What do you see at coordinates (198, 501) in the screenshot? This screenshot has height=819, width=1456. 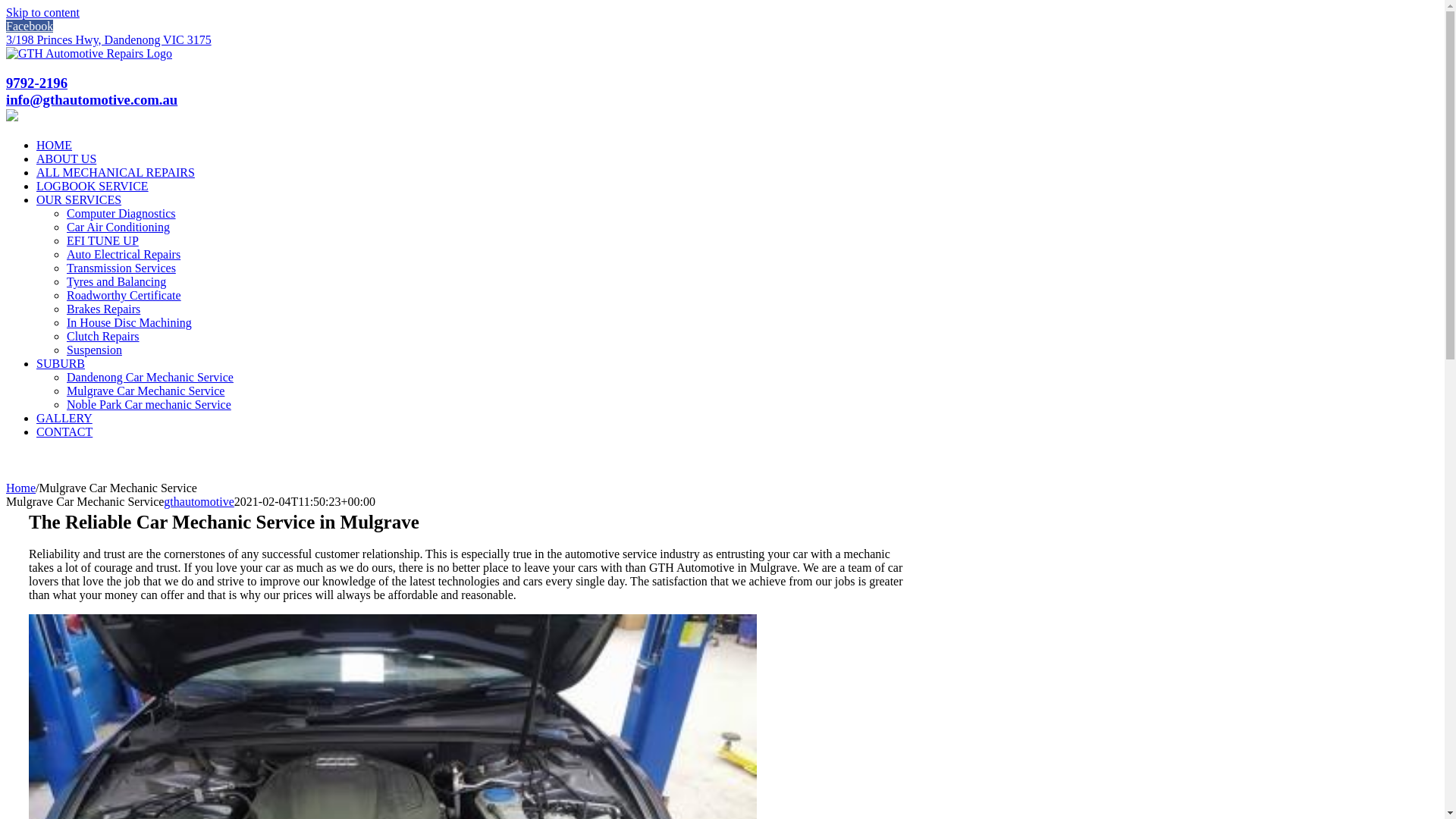 I see `'gthautomotive'` at bounding box center [198, 501].